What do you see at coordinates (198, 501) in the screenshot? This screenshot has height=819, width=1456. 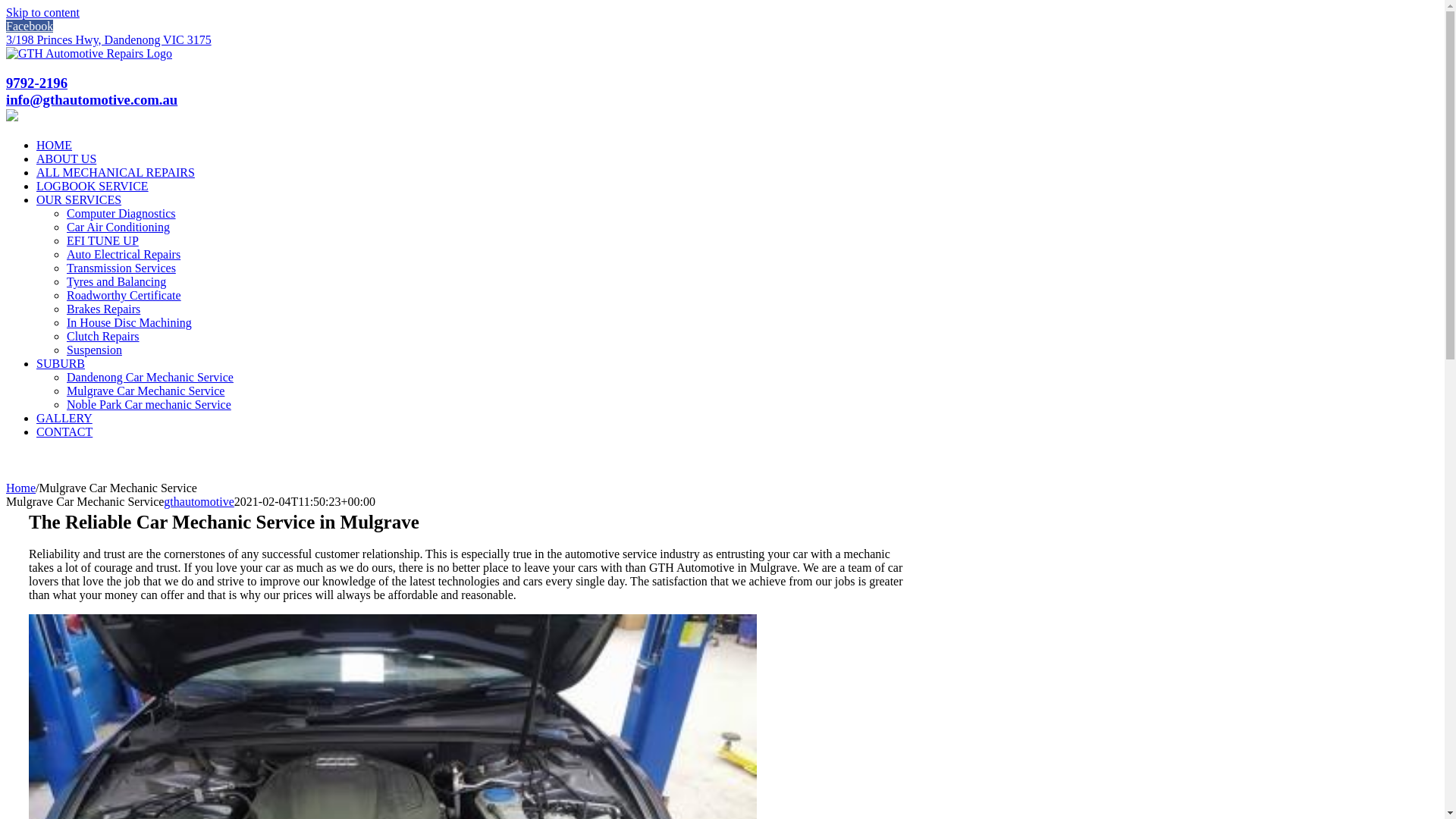 I see `'gthautomotive'` at bounding box center [198, 501].